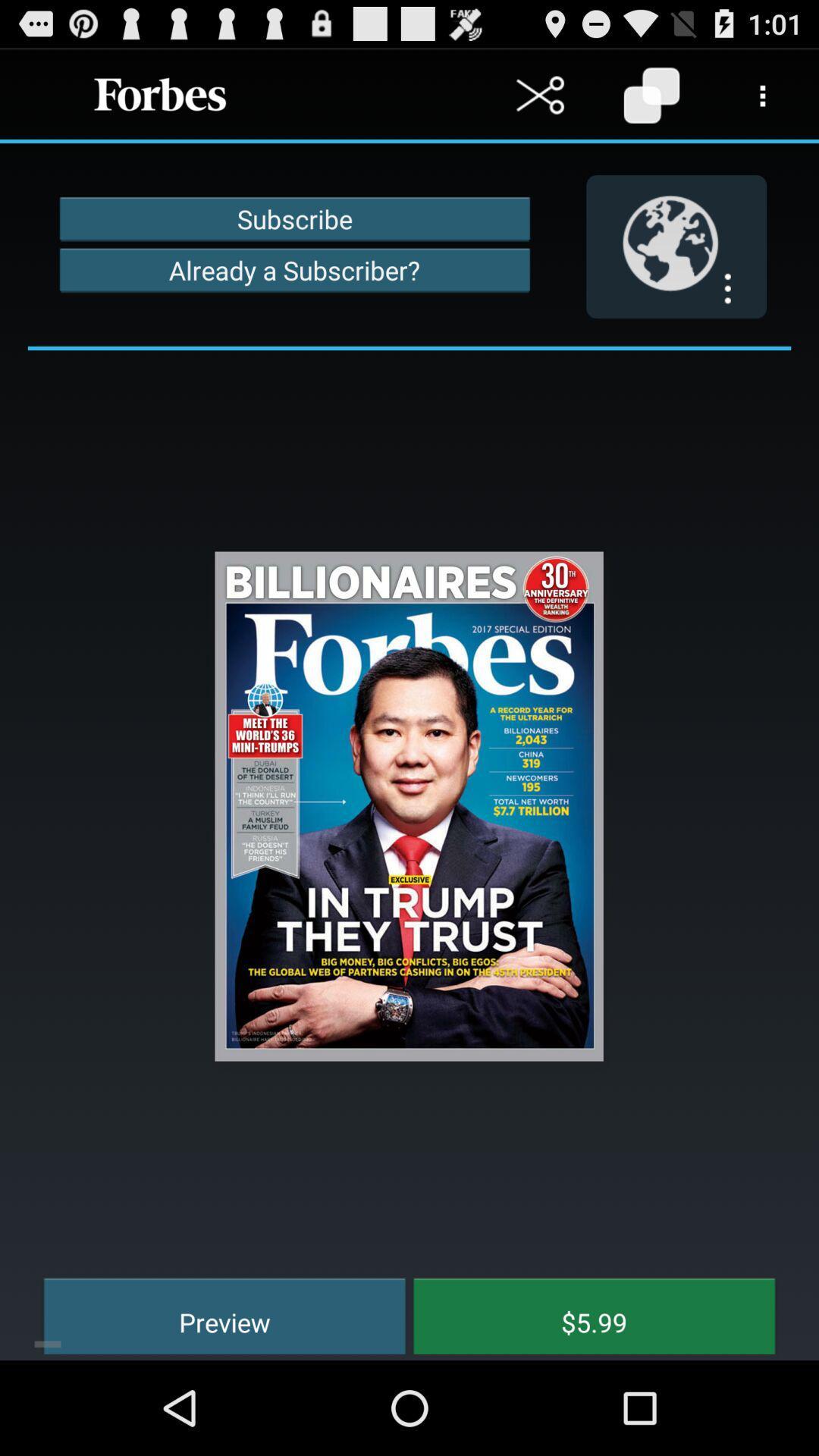  What do you see at coordinates (582, 1313) in the screenshot?
I see `the item at the bottom right corner` at bounding box center [582, 1313].